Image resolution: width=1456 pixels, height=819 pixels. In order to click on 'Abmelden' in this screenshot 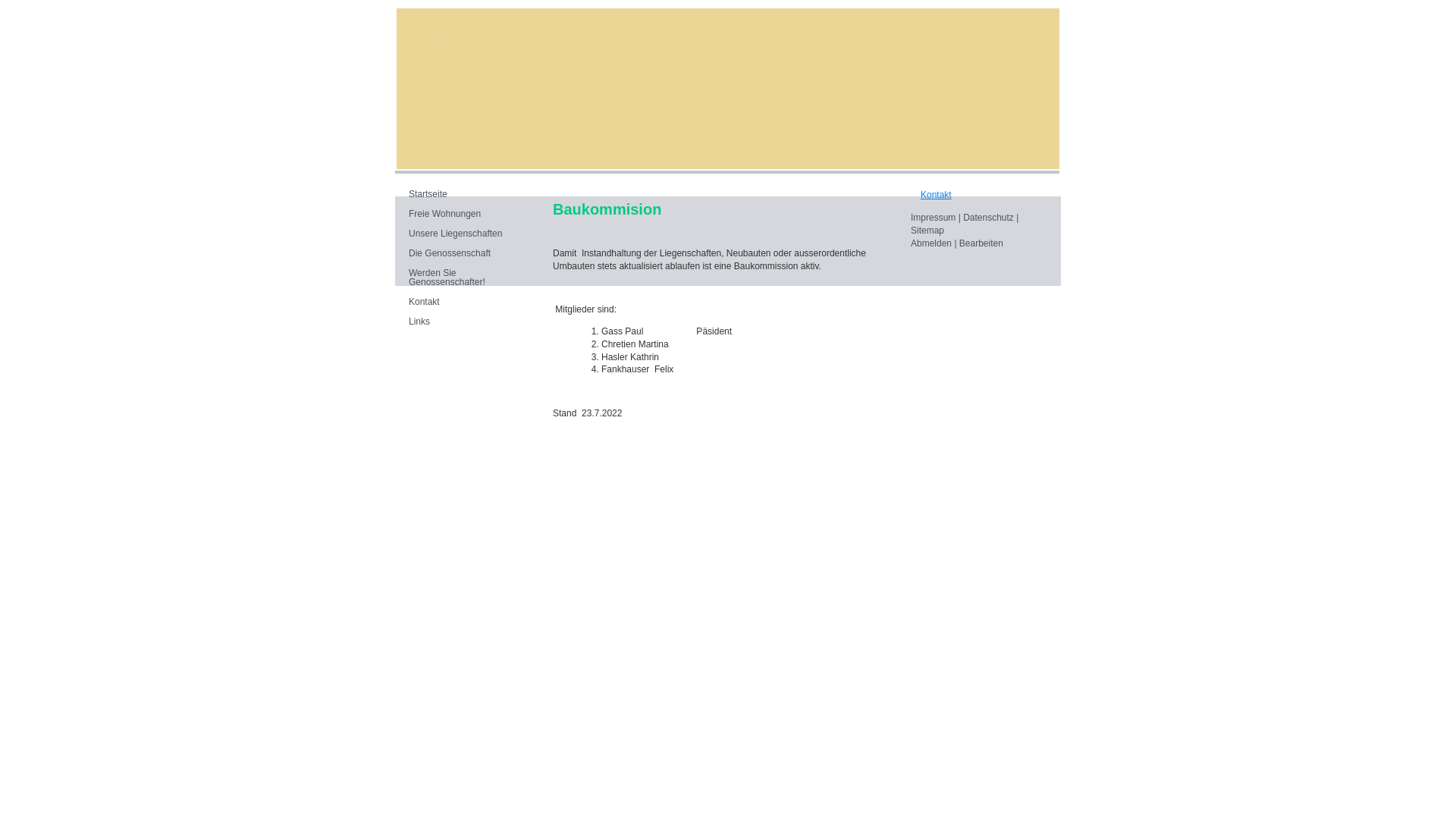, I will do `click(931, 242)`.